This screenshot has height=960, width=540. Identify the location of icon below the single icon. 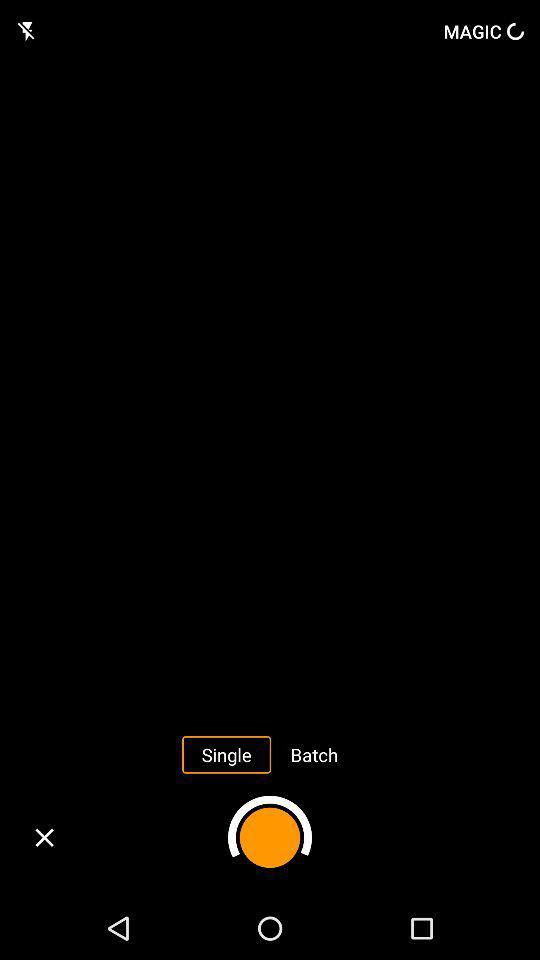
(270, 837).